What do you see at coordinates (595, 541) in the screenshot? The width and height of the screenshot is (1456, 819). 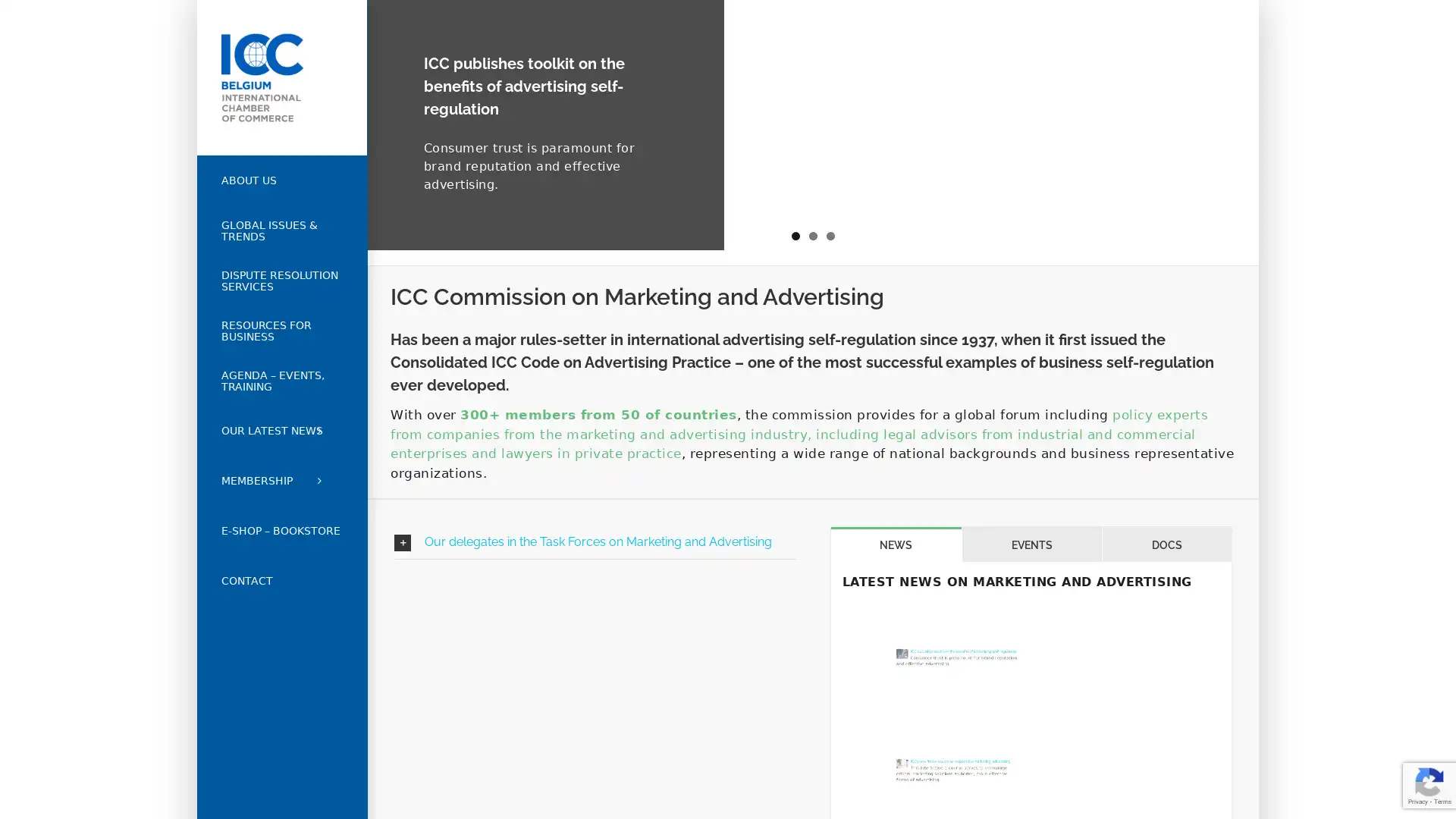 I see `Our delegates in the Task Forces on Marketing and Advertising` at bounding box center [595, 541].